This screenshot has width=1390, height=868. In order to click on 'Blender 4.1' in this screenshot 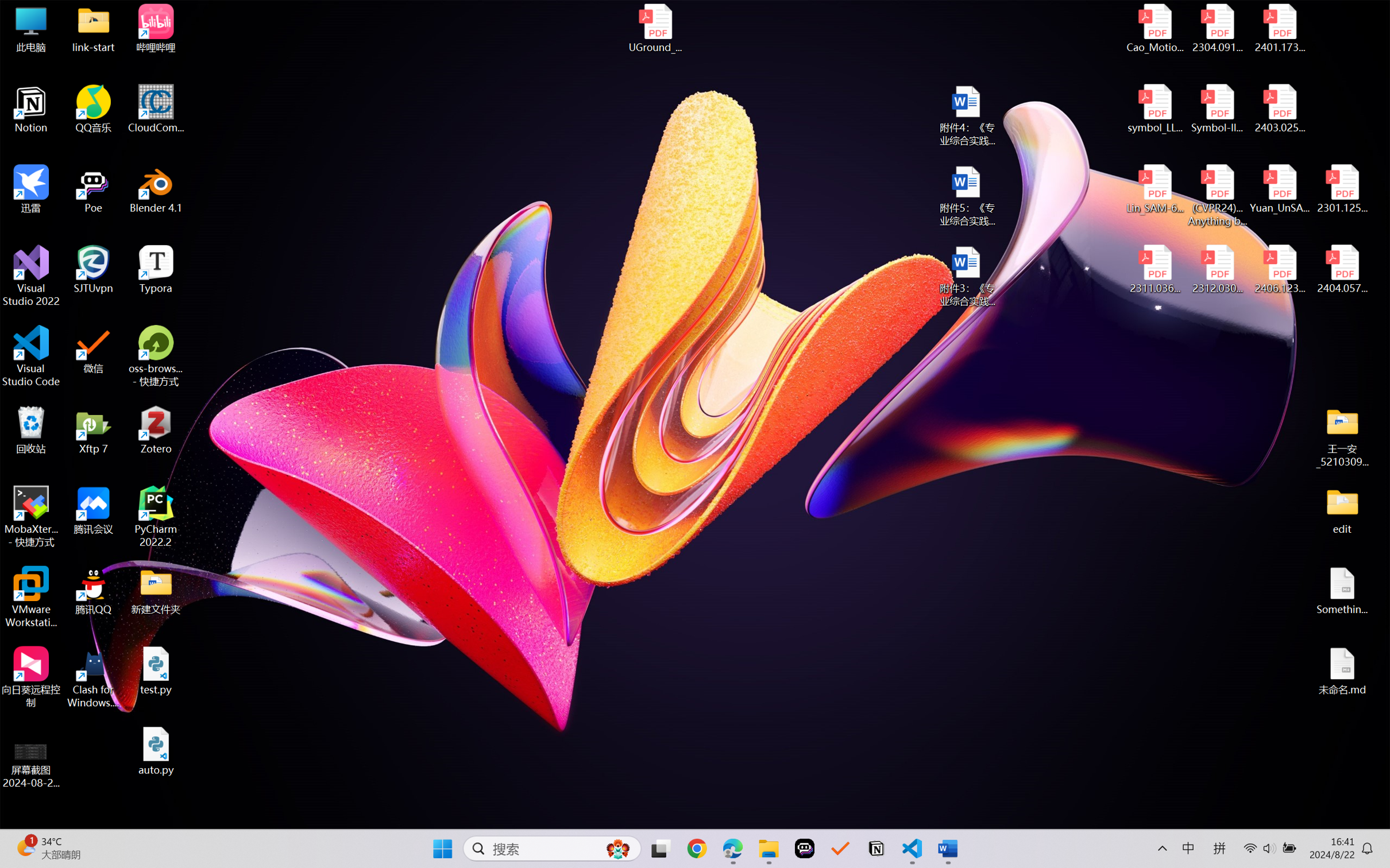, I will do `click(156, 188)`.